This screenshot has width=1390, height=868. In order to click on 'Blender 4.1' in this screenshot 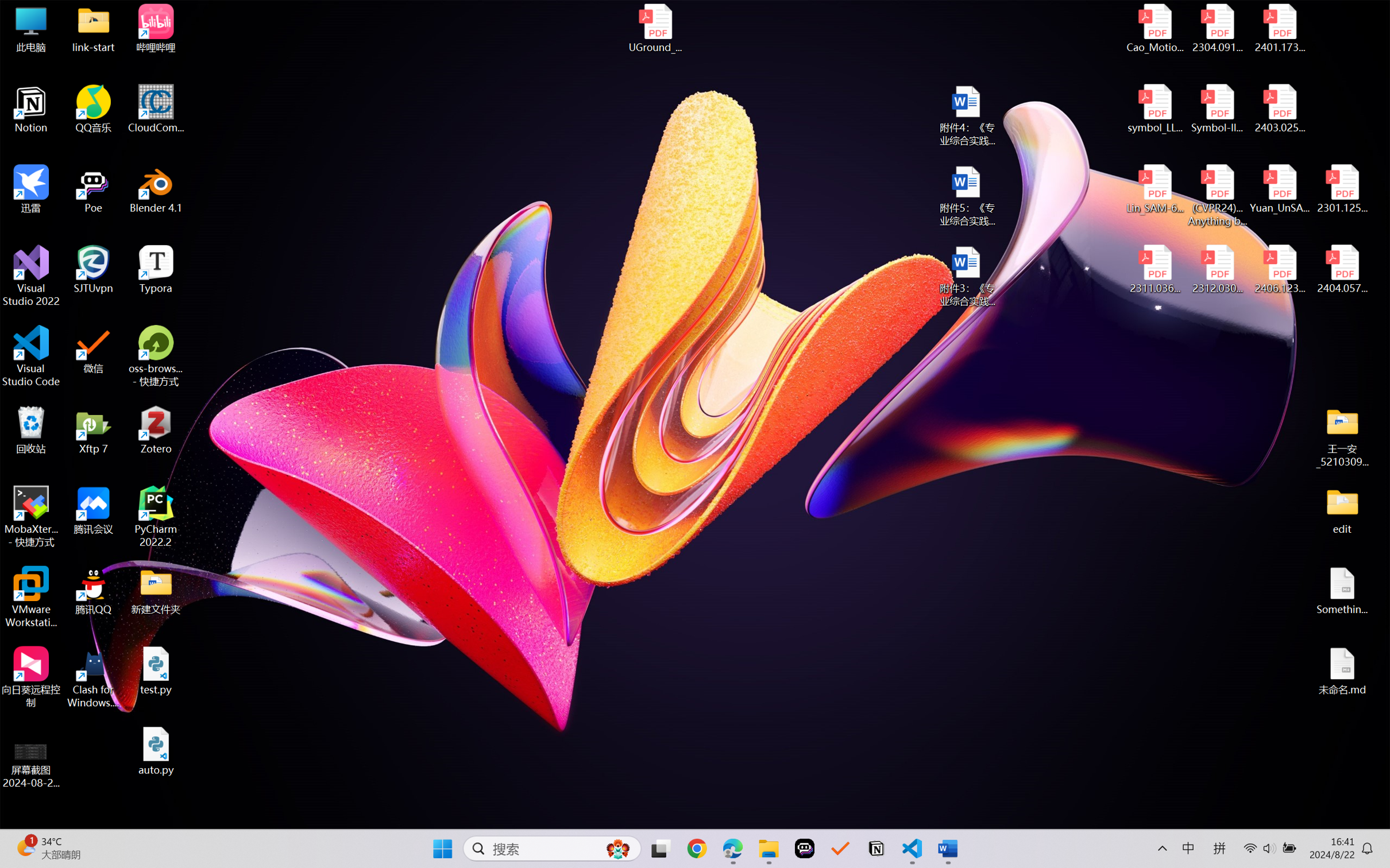, I will do `click(156, 188)`.